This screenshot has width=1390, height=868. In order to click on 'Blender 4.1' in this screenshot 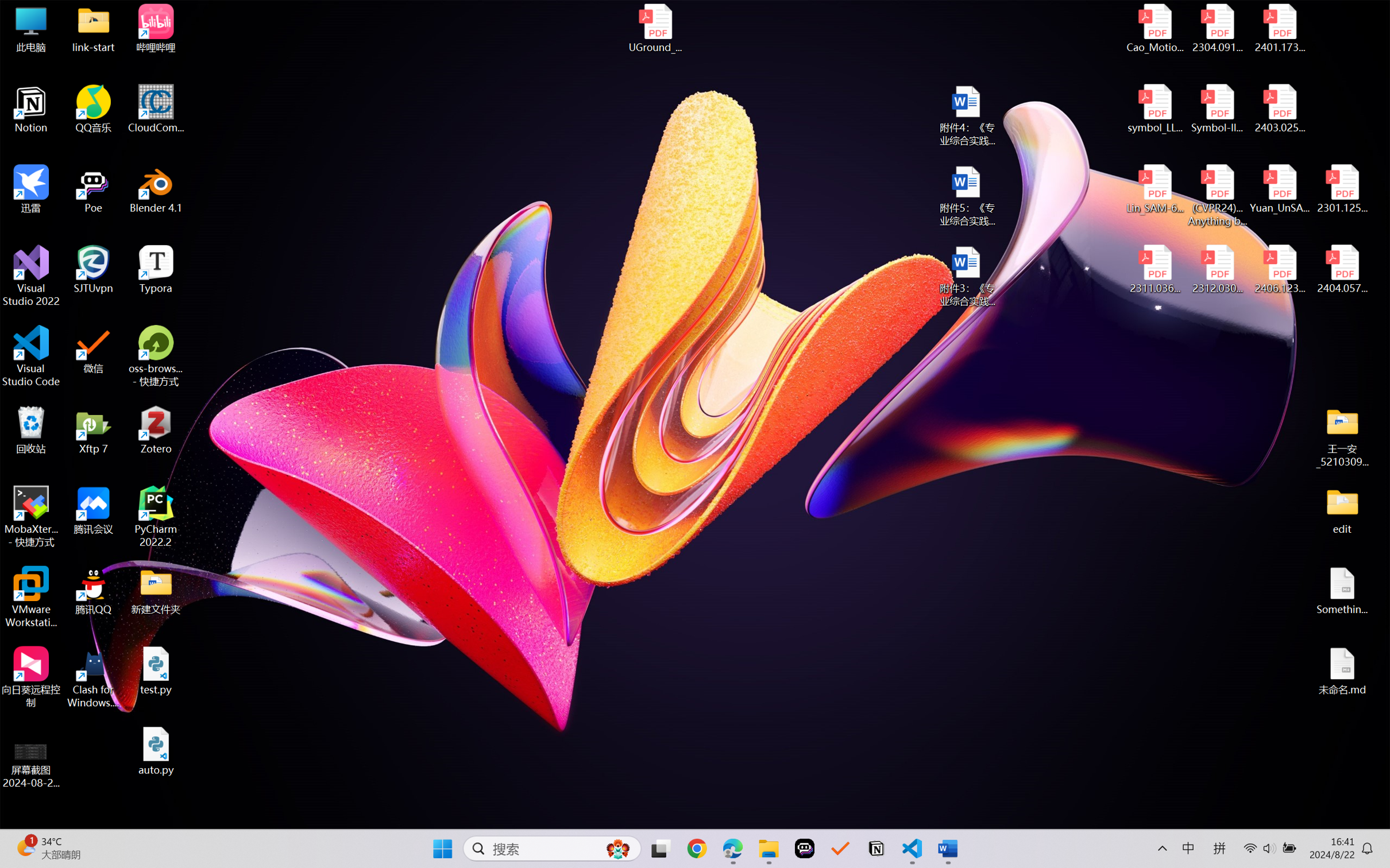, I will do `click(156, 188)`.